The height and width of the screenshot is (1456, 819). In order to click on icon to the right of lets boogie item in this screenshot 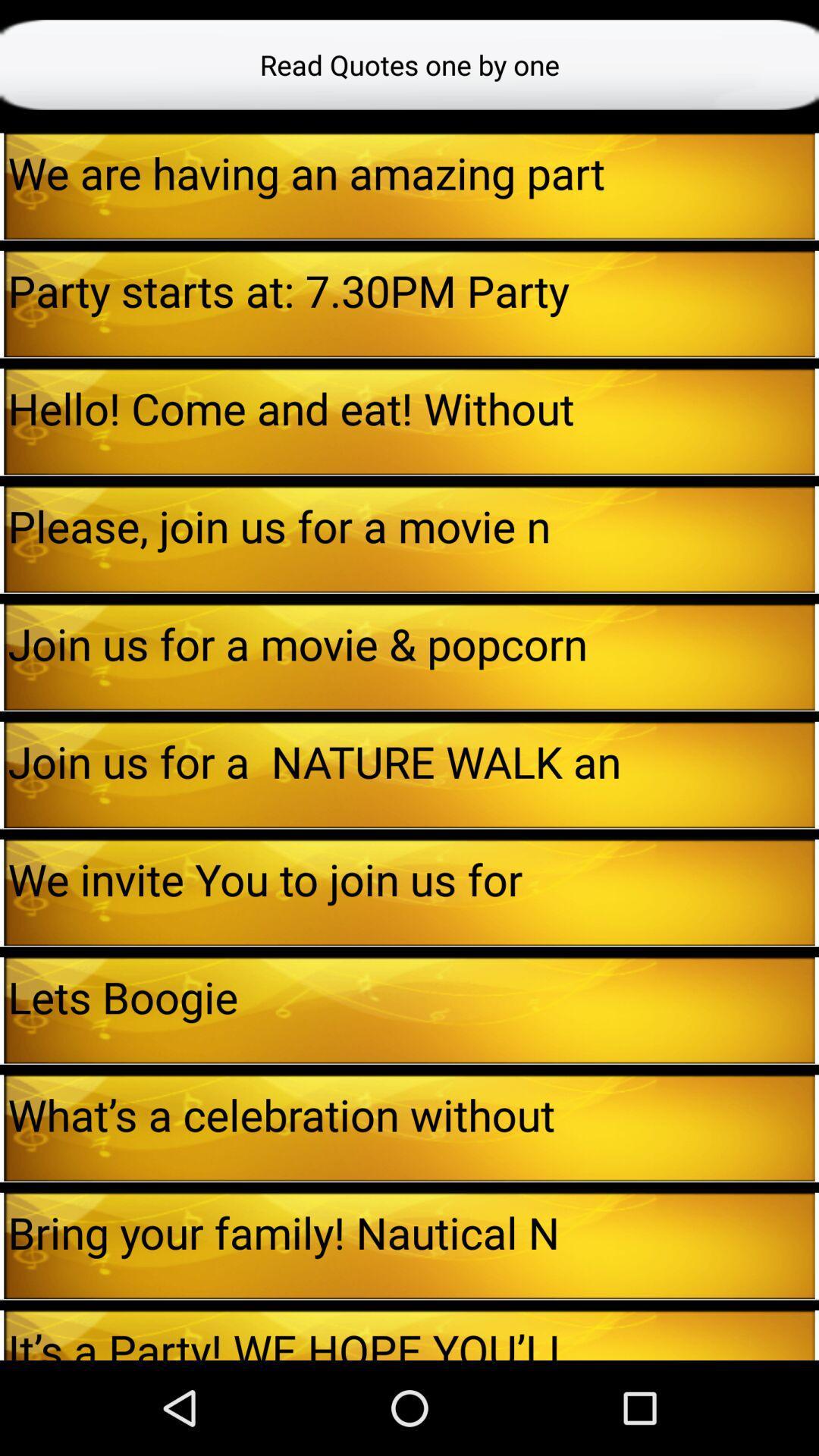, I will do `click(816, 1010)`.